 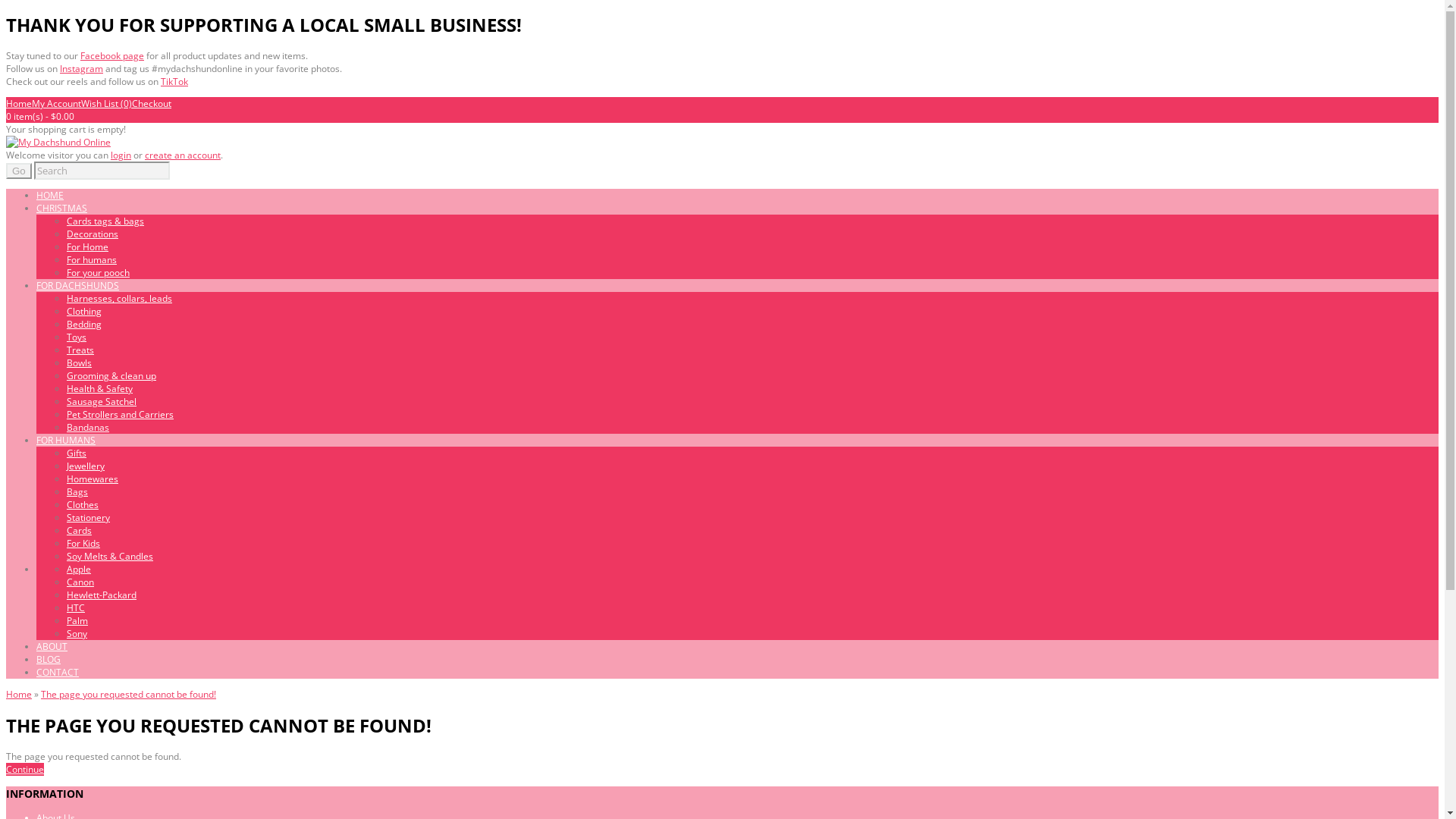 What do you see at coordinates (76, 620) in the screenshot?
I see `'Palm'` at bounding box center [76, 620].